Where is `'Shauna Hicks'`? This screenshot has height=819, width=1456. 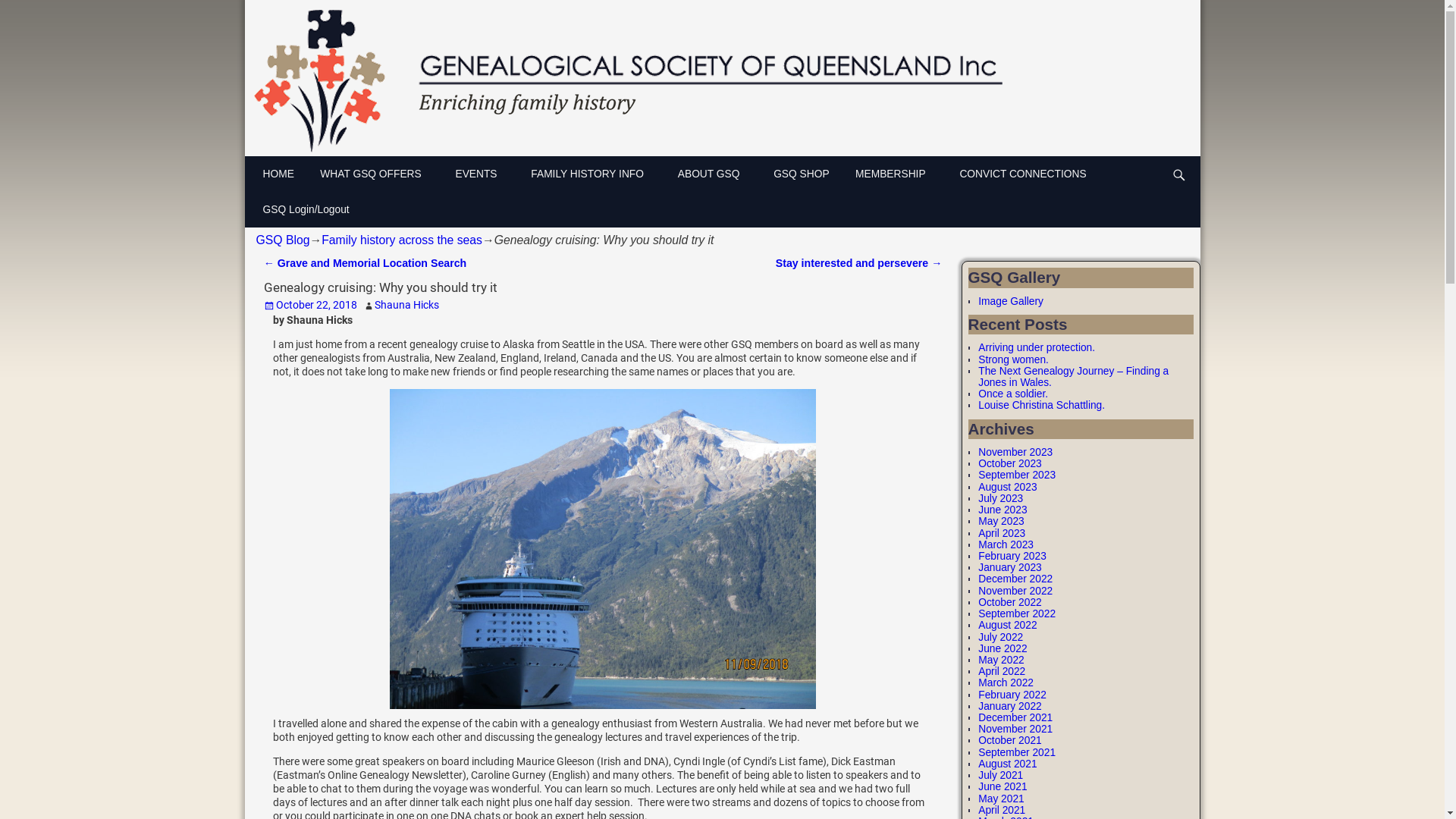
'Shauna Hicks' is located at coordinates (406, 304).